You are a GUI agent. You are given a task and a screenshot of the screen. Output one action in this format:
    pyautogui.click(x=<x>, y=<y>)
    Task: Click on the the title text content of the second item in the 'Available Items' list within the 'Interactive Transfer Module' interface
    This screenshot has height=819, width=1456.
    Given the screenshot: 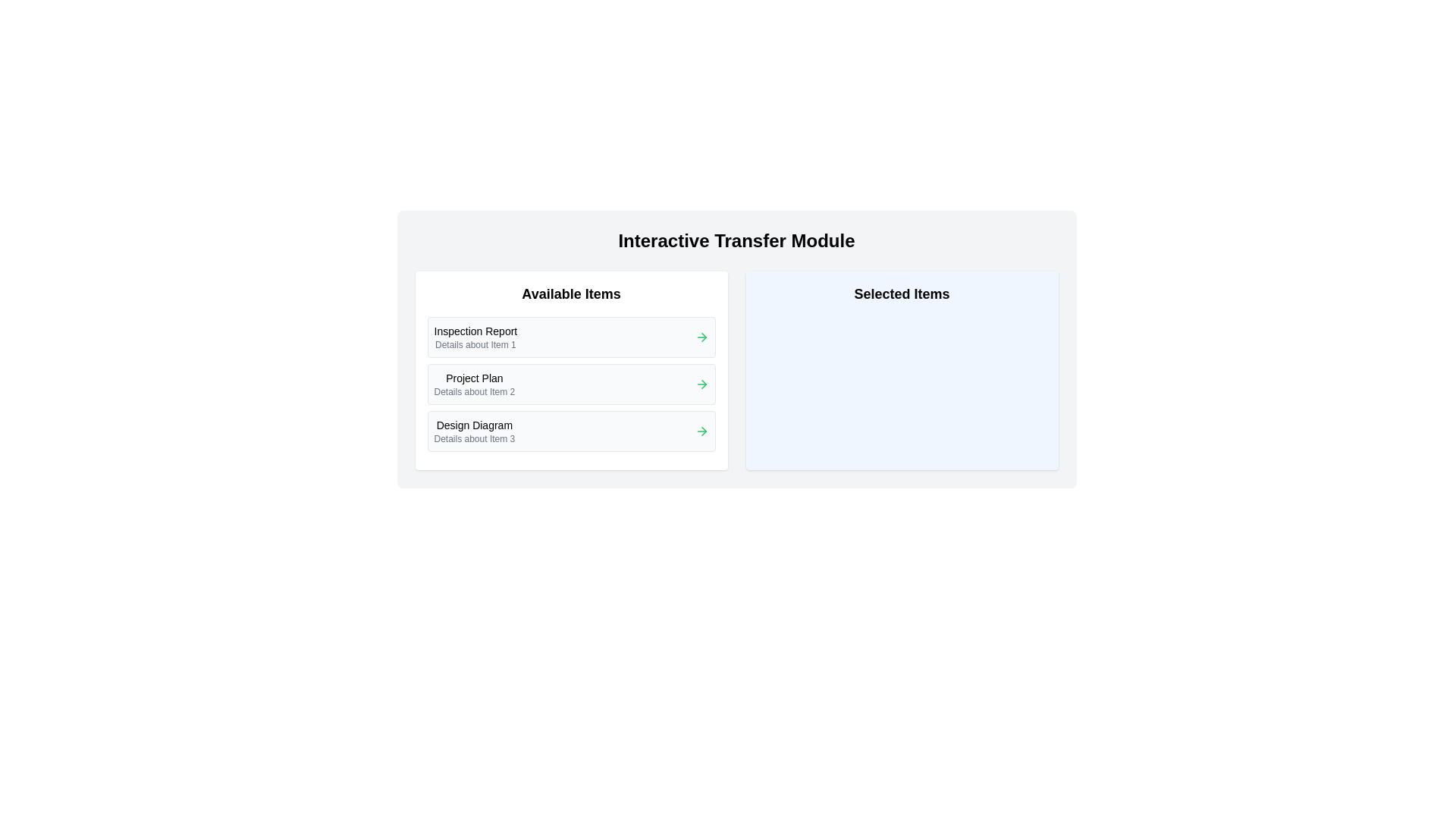 What is the action you would take?
    pyautogui.click(x=473, y=377)
    